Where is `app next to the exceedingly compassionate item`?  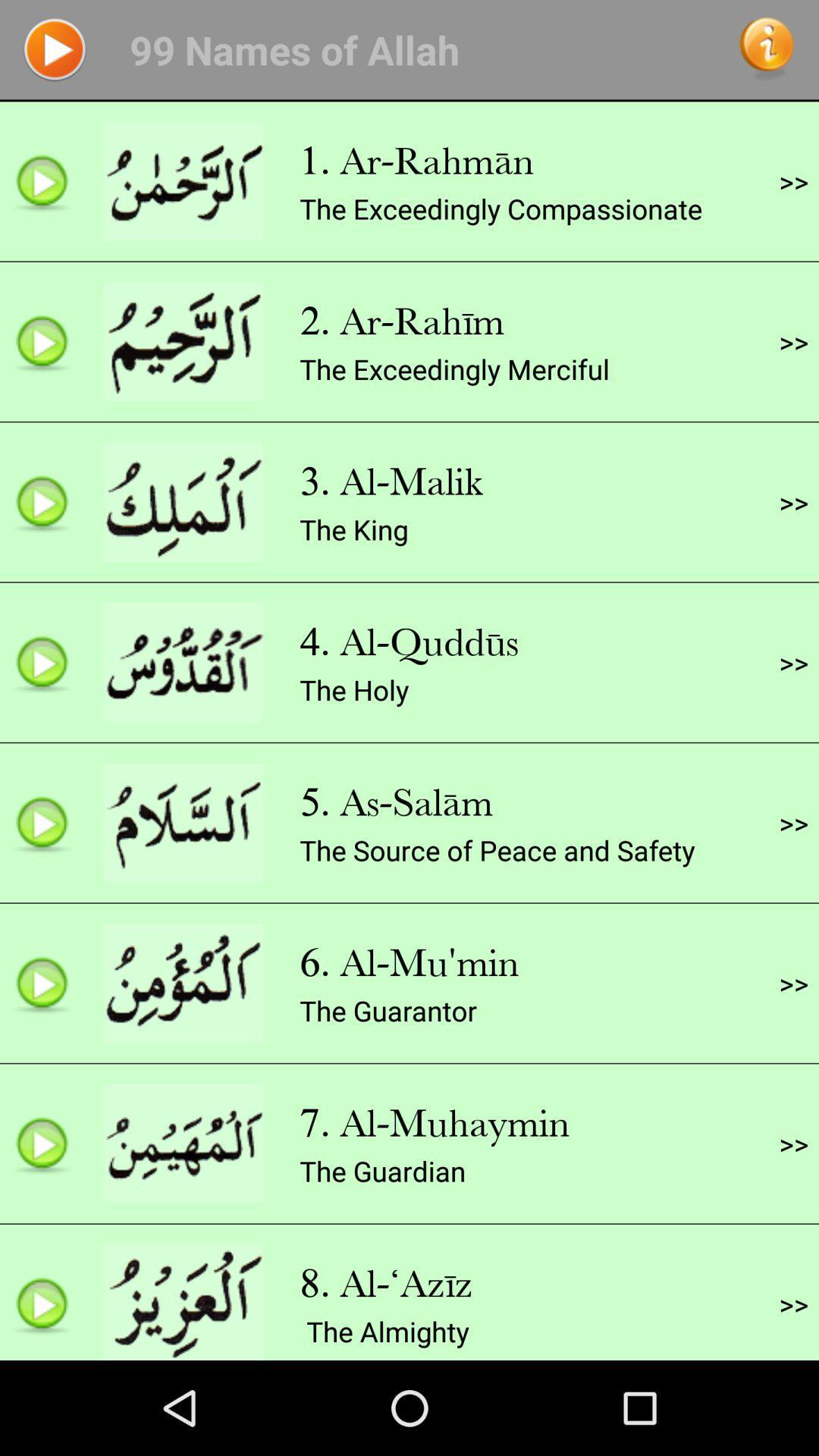
app next to the exceedingly compassionate item is located at coordinates (792, 181).